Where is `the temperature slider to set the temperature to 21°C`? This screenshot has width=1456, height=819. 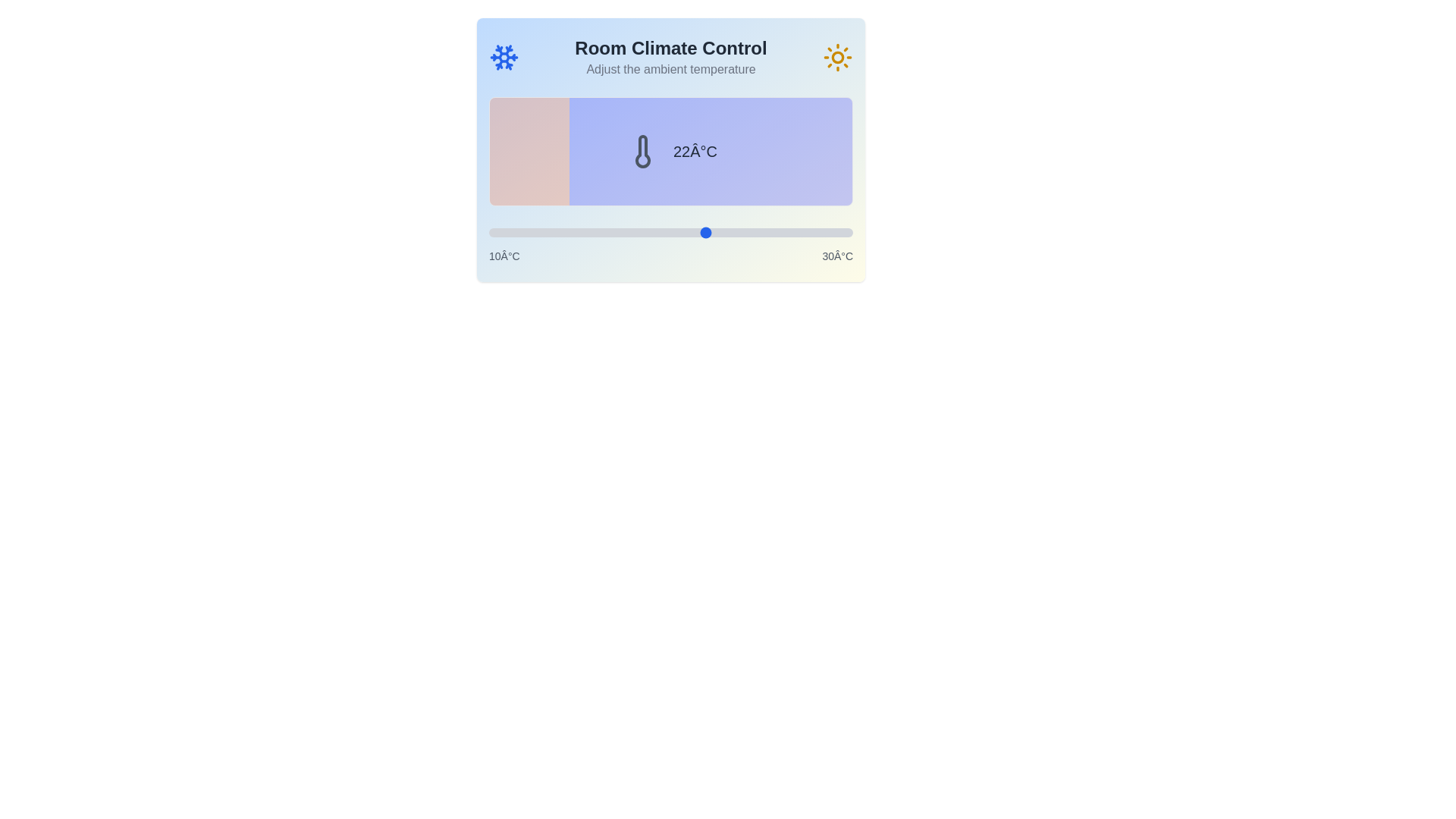
the temperature slider to set the temperature to 21°C is located at coordinates (688, 233).